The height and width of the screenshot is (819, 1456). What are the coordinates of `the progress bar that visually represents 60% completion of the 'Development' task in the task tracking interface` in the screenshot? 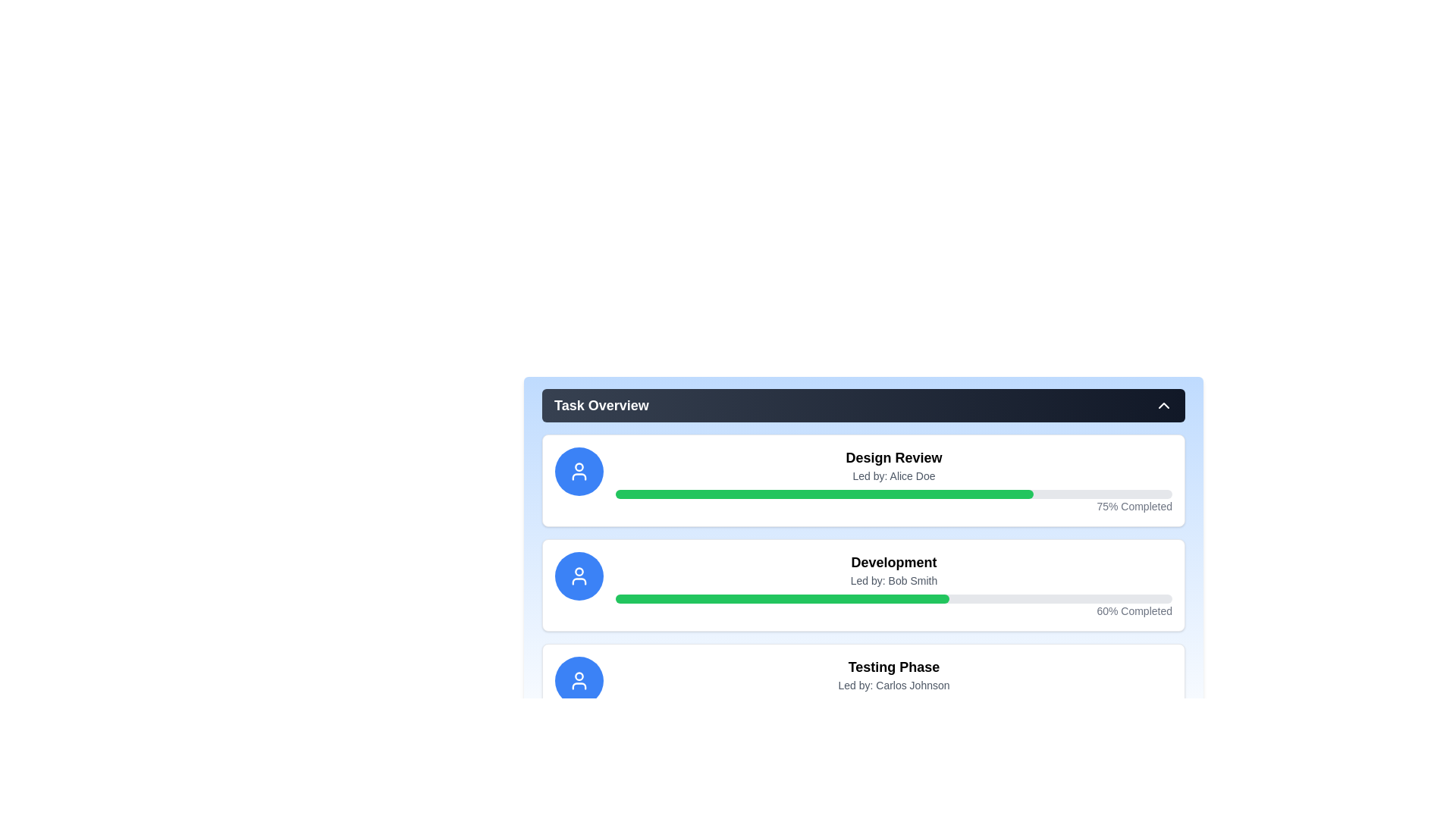 It's located at (783, 598).